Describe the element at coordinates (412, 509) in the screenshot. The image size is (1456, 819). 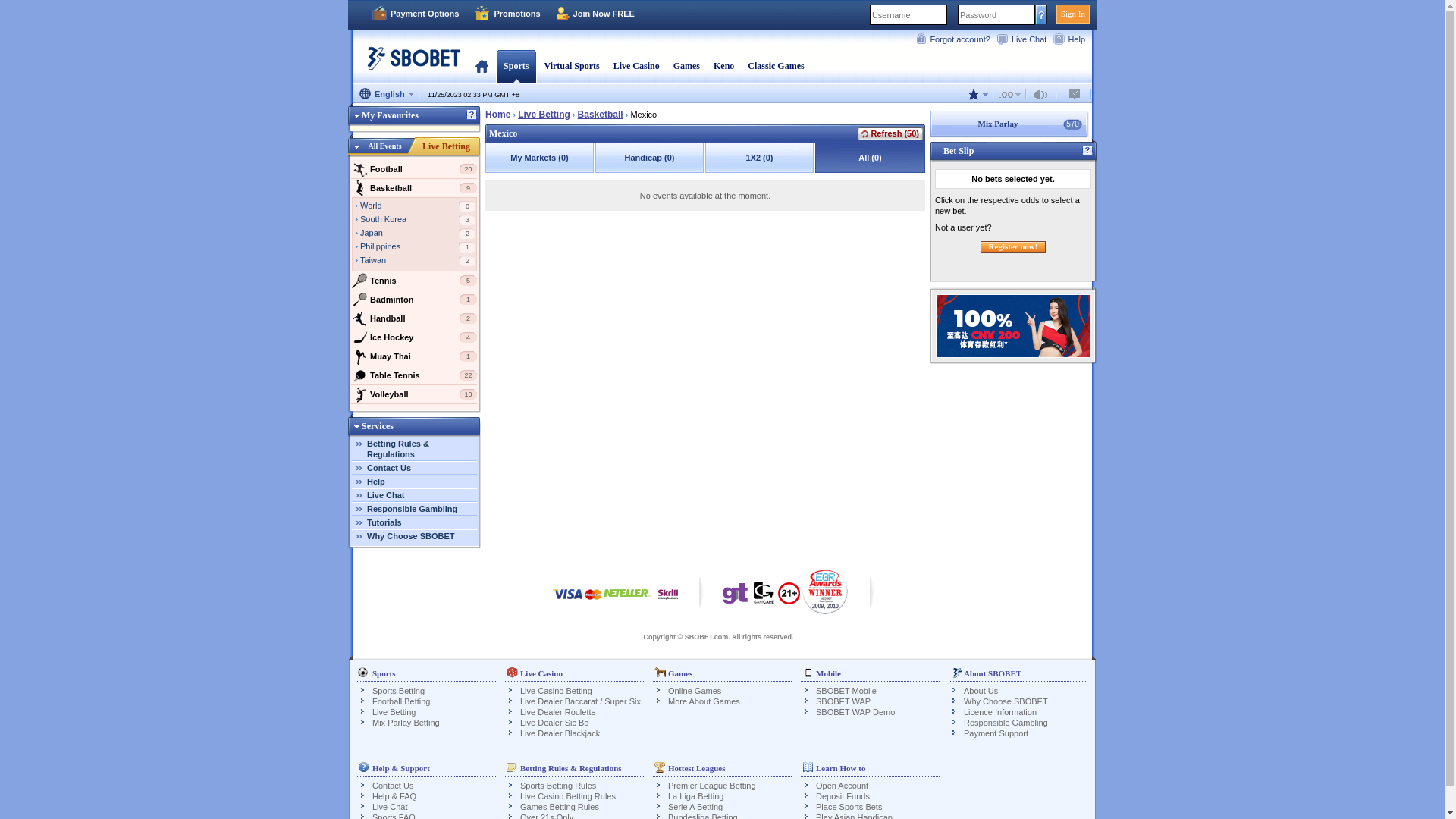
I see `'Responsible Gambling'` at that location.